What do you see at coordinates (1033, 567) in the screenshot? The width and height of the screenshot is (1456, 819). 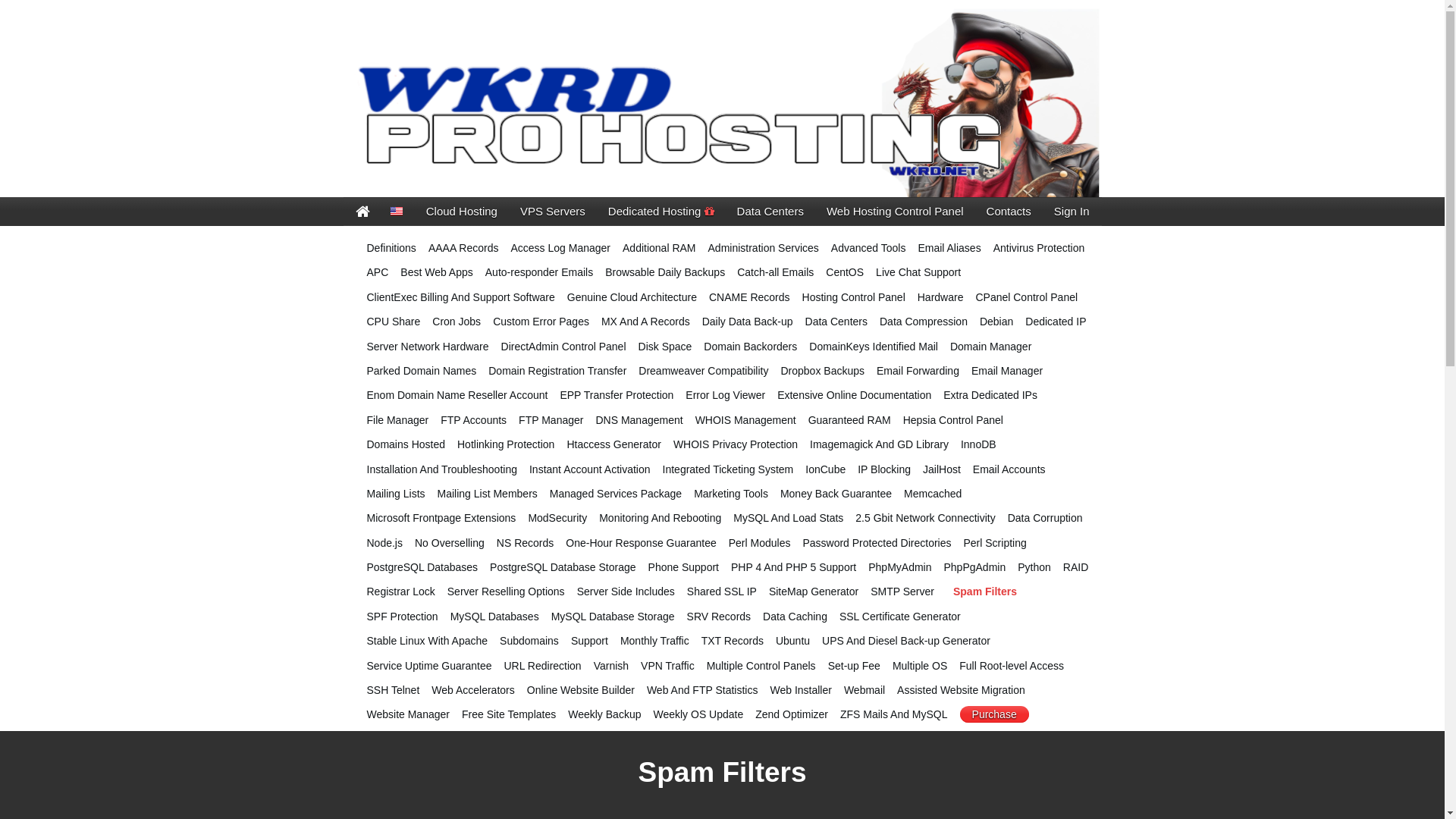 I see `'Python'` at bounding box center [1033, 567].